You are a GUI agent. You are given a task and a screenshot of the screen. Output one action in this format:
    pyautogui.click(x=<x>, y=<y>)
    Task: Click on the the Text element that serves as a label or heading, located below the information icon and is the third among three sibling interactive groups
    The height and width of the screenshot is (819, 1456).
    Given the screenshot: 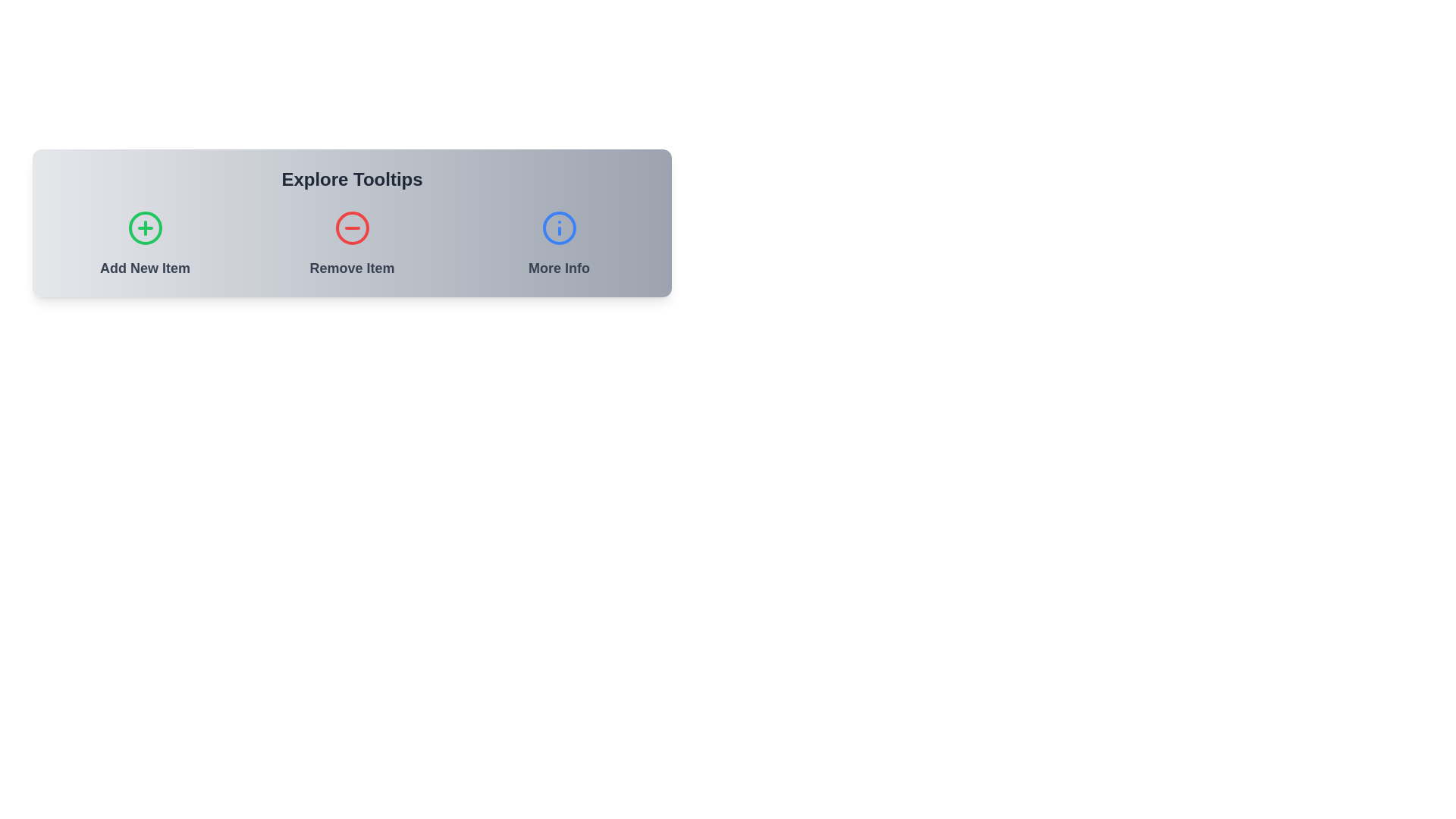 What is the action you would take?
    pyautogui.click(x=558, y=268)
    